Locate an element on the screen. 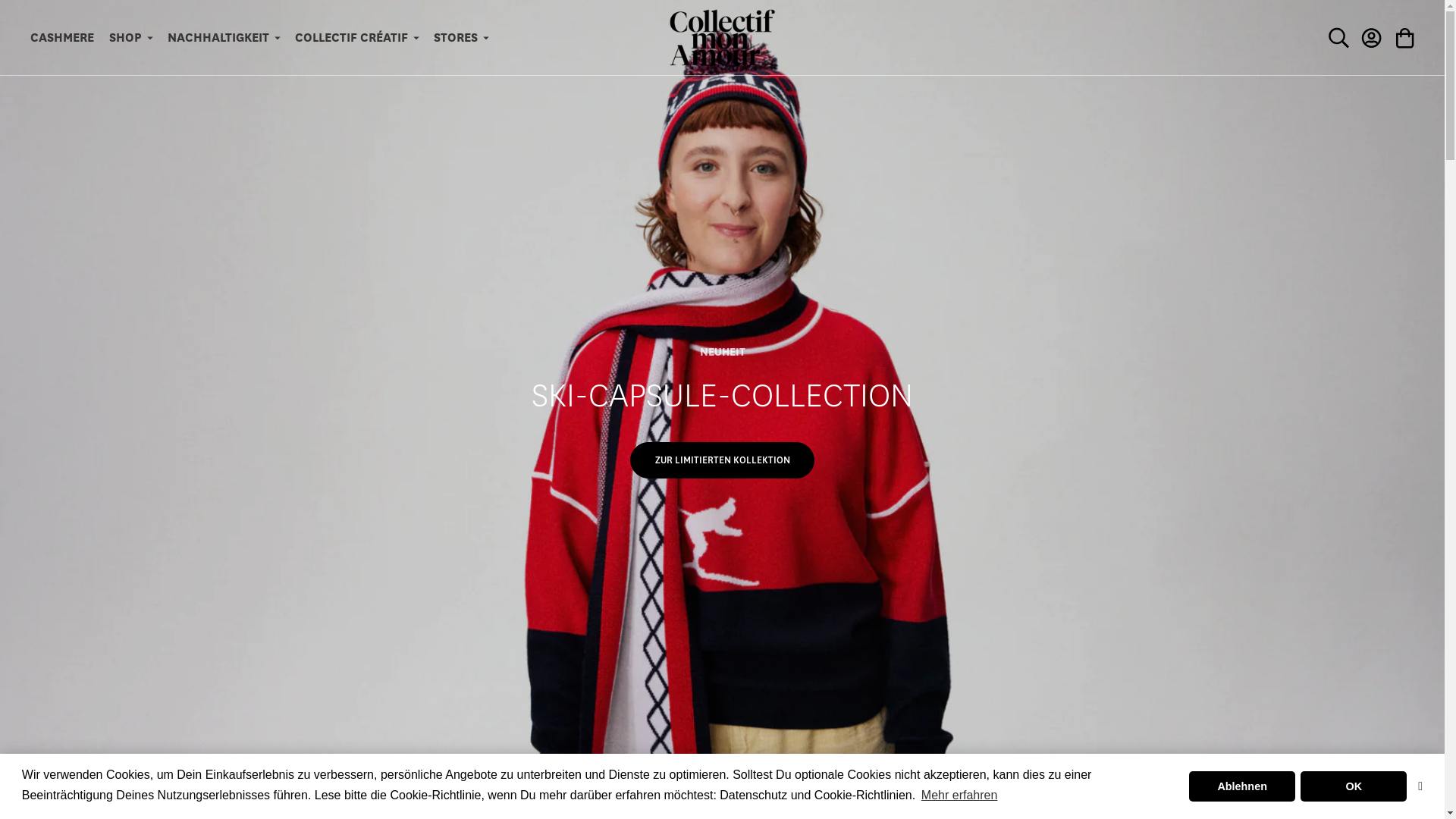 Image resolution: width=1456 pixels, height=819 pixels. 'Mehr erfahren' is located at coordinates (959, 795).